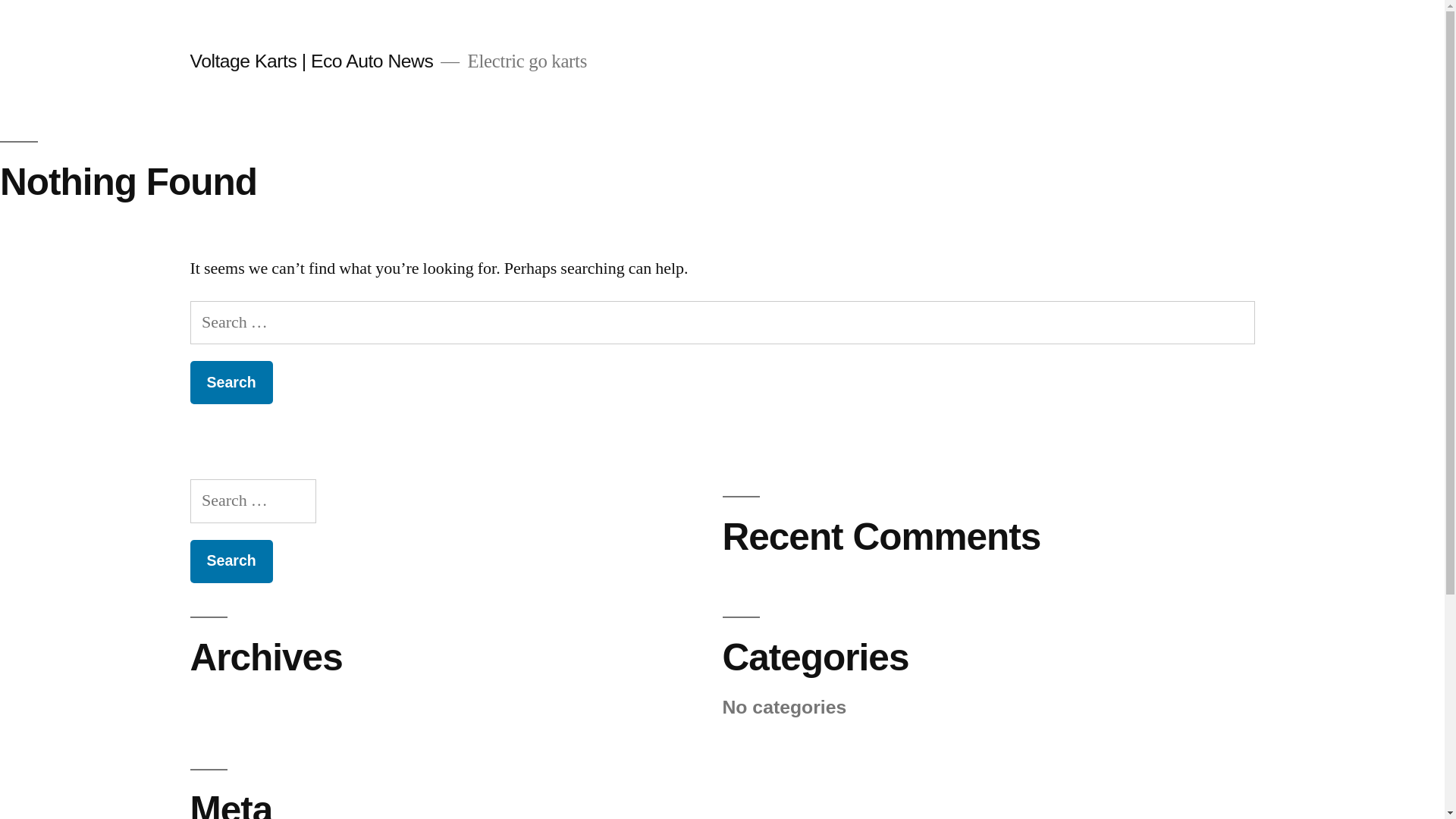 This screenshot has width=1456, height=819. I want to click on 'Search', so click(230, 381).